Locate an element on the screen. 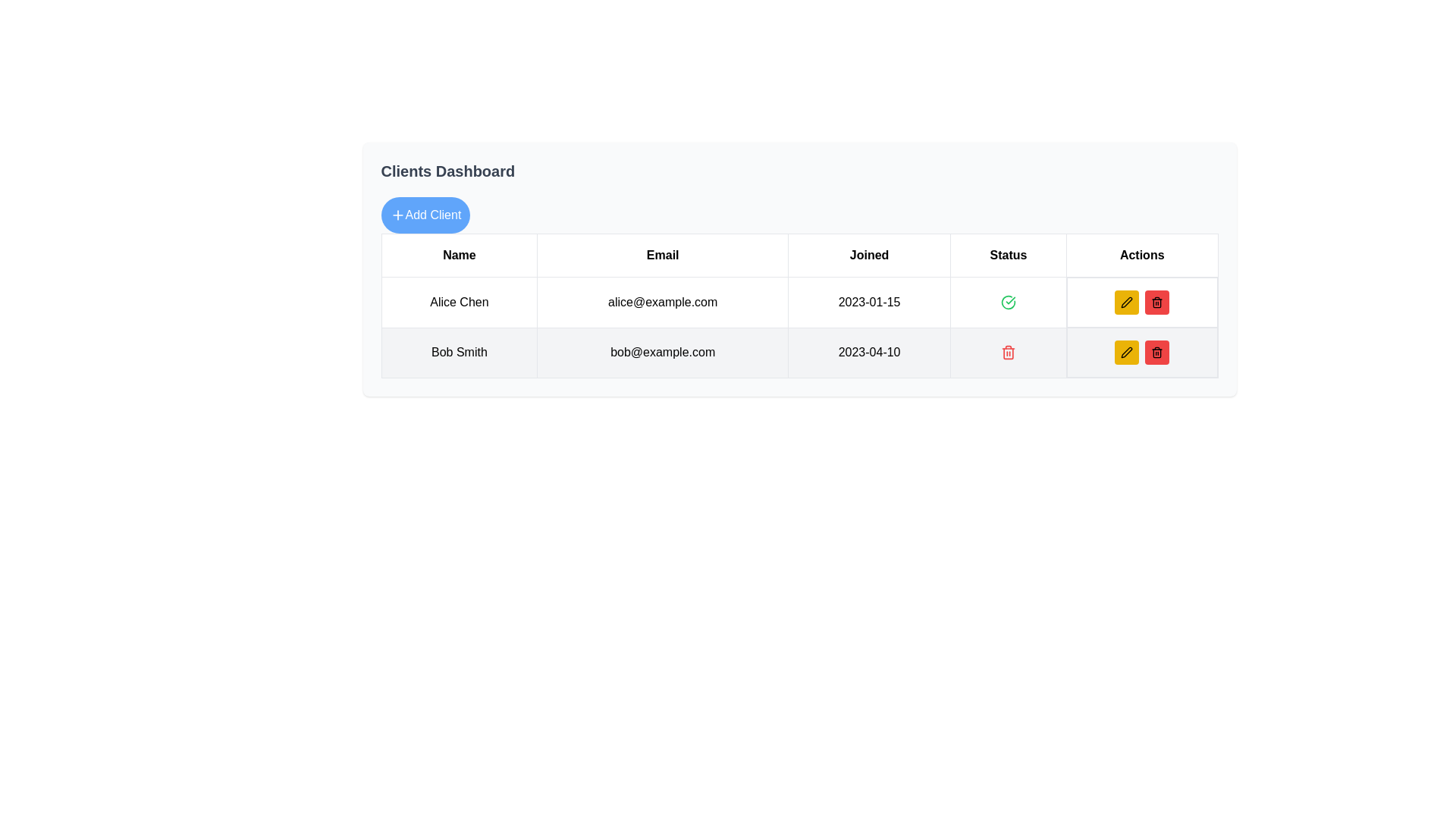  the red trash bin icon button located in the Actions column of the second row of the table, which represents the delete action is located at coordinates (1156, 353).